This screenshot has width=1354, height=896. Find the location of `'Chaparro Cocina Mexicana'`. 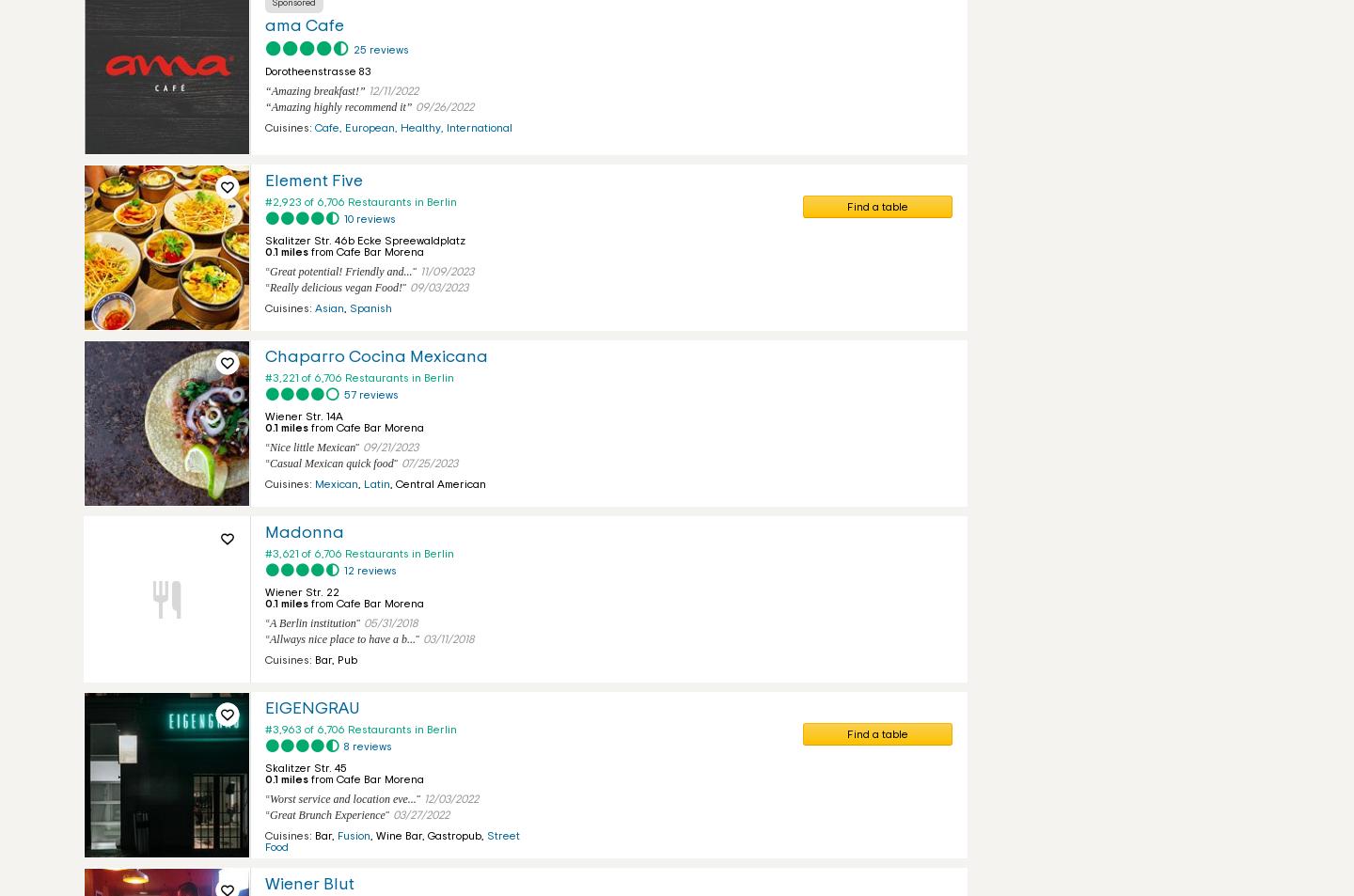

'Chaparro Cocina Mexicana' is located at coordinates (375, 355).